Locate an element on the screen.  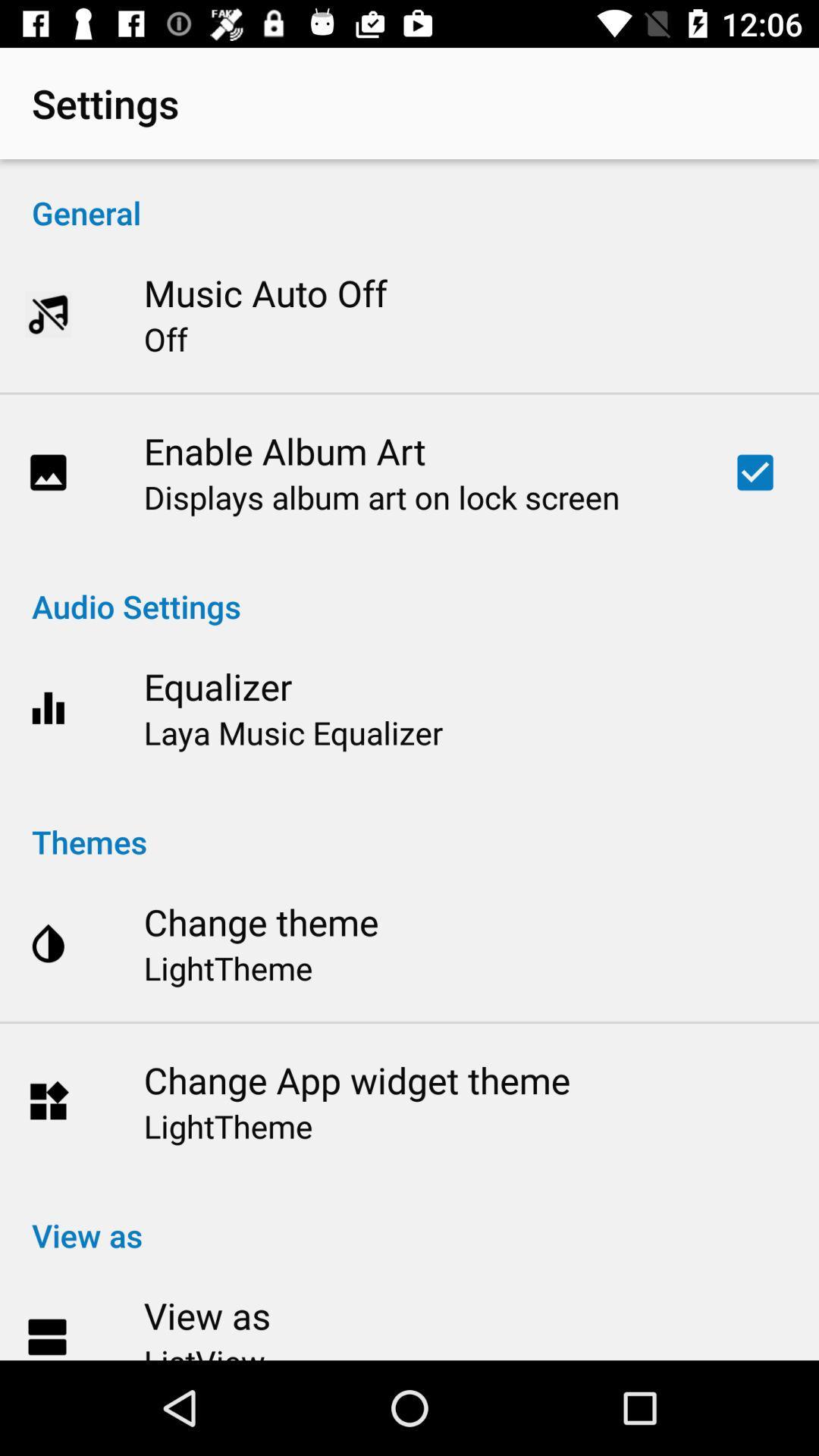
the icon above change theme icon is located at coordinates (409, 825).